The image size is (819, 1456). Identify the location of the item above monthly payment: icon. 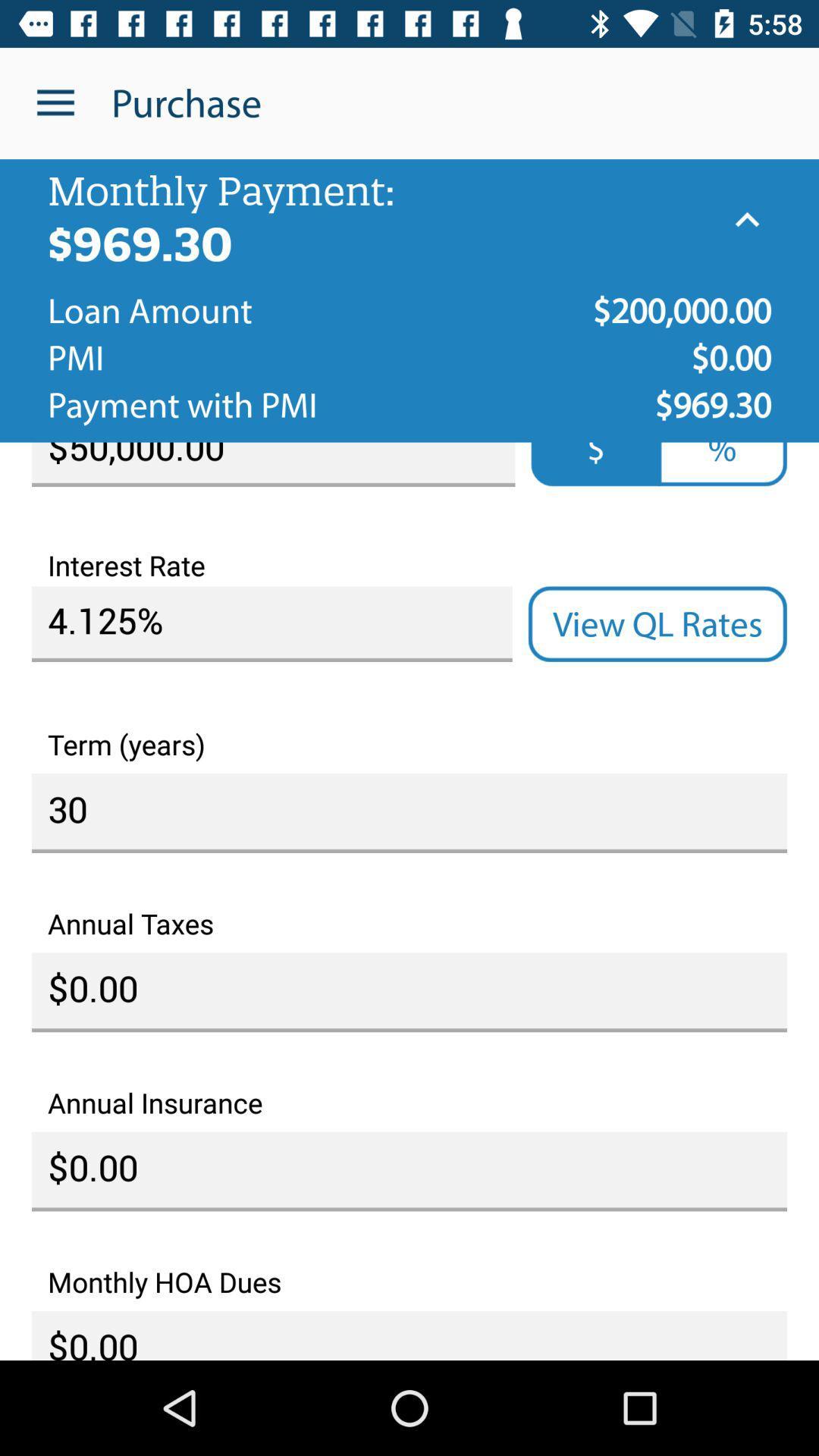
(55, 102).